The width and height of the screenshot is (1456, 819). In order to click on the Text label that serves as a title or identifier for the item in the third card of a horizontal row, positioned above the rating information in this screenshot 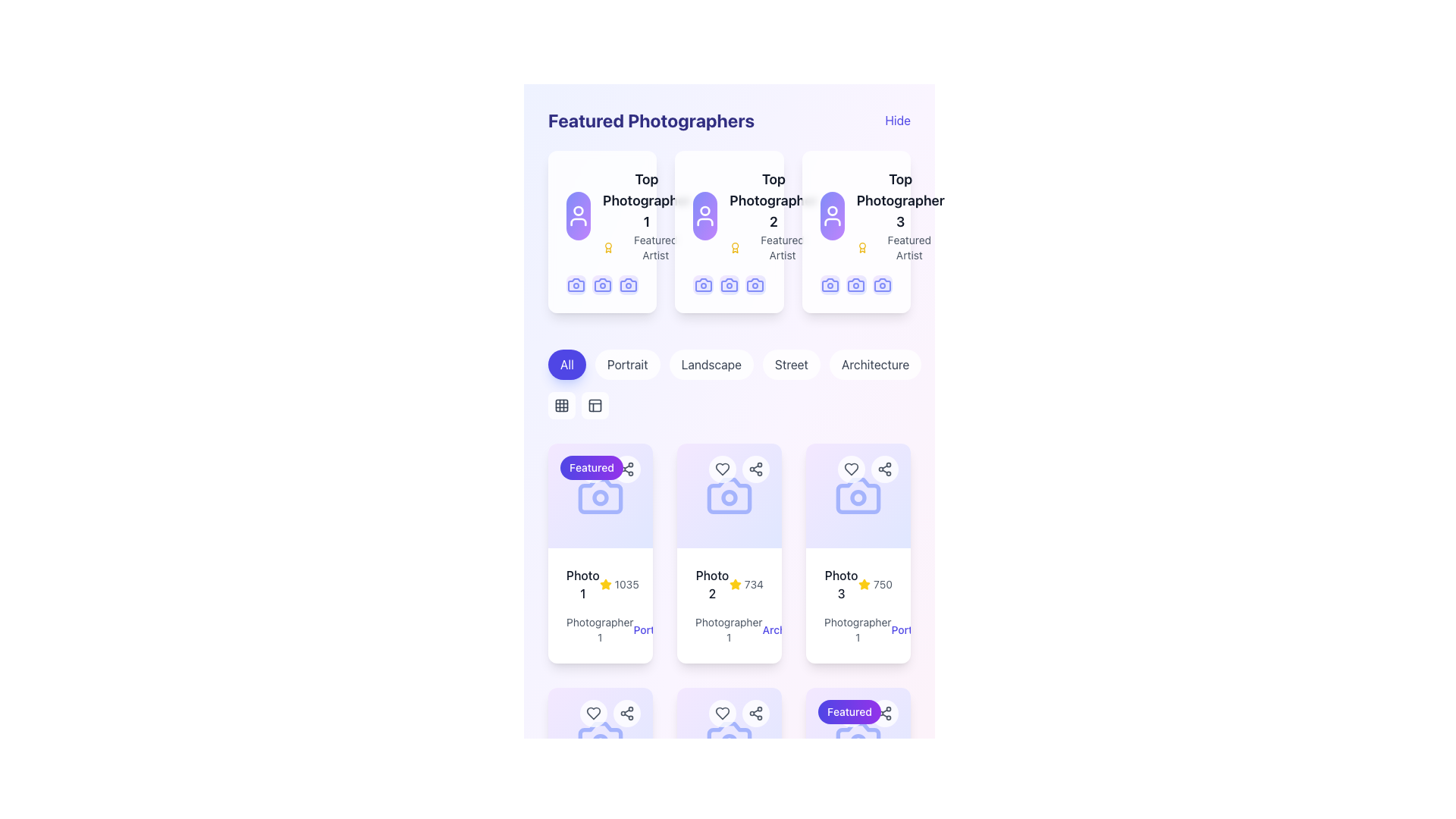, I will do `click(840, 584)`.